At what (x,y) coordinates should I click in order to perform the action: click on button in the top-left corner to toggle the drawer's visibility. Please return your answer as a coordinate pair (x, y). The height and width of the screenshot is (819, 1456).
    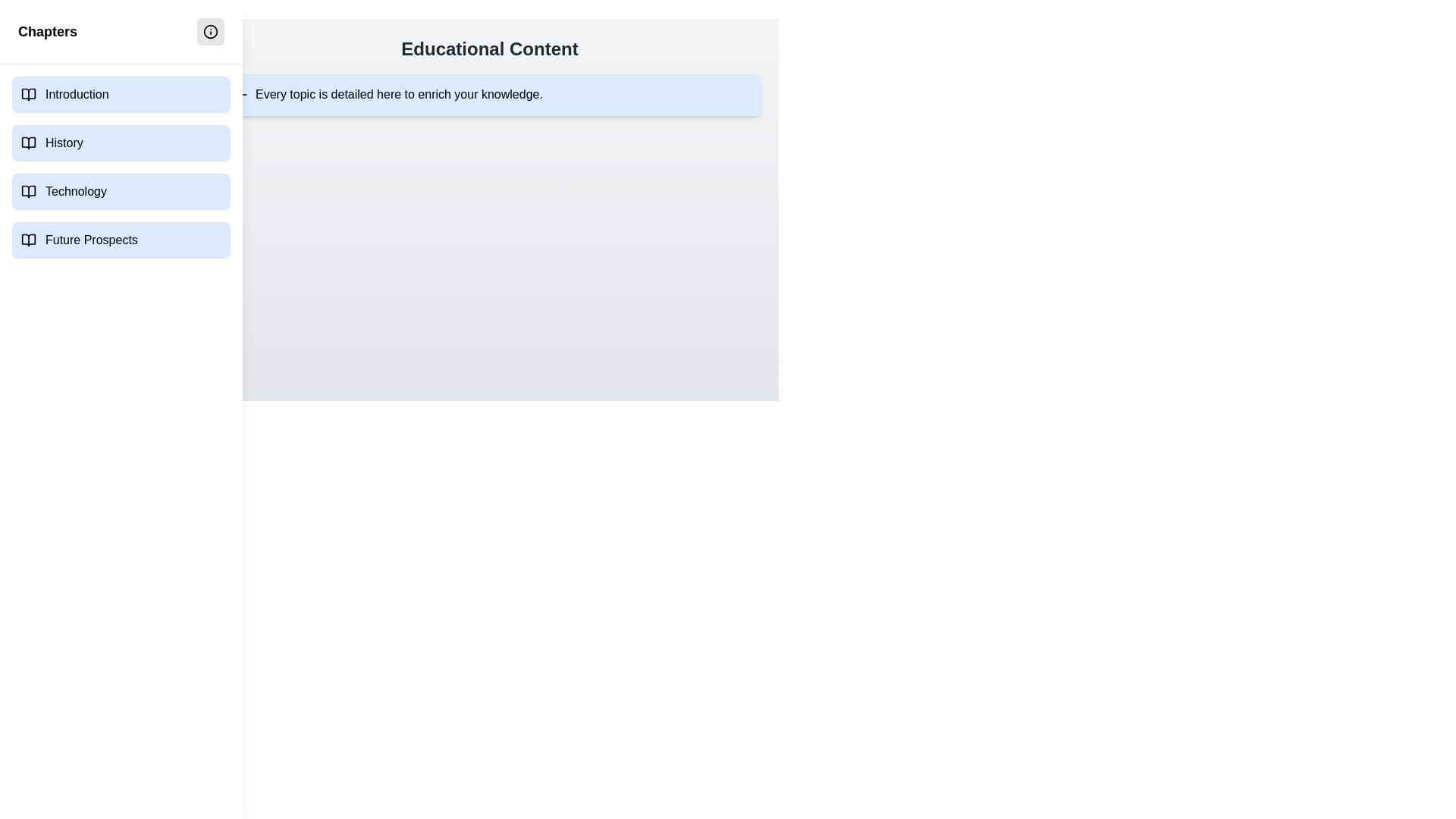
    Looking at the image, I should click on (30, 30).